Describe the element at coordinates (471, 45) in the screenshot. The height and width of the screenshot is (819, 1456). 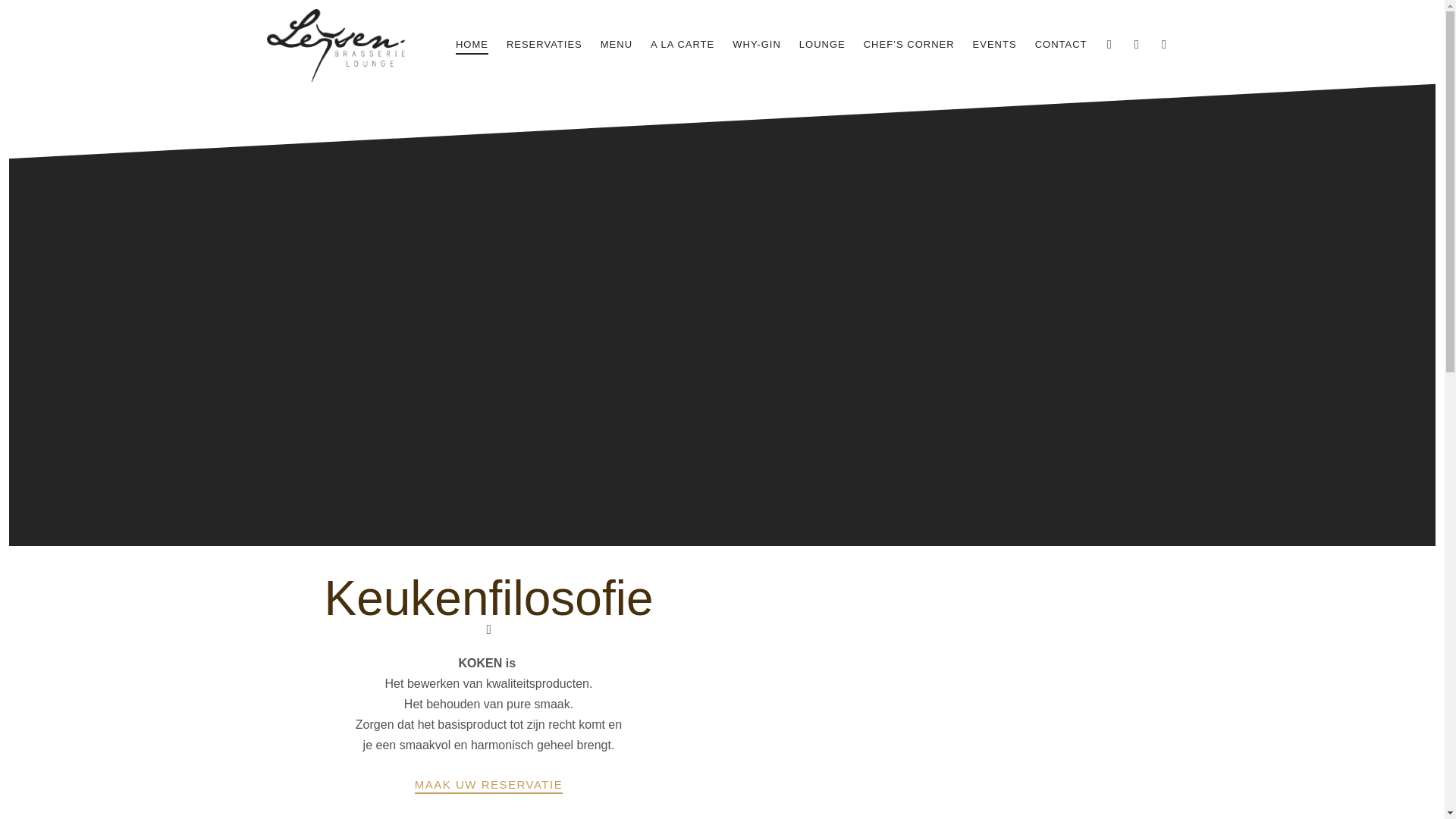
I see `'HOME'` at that location.